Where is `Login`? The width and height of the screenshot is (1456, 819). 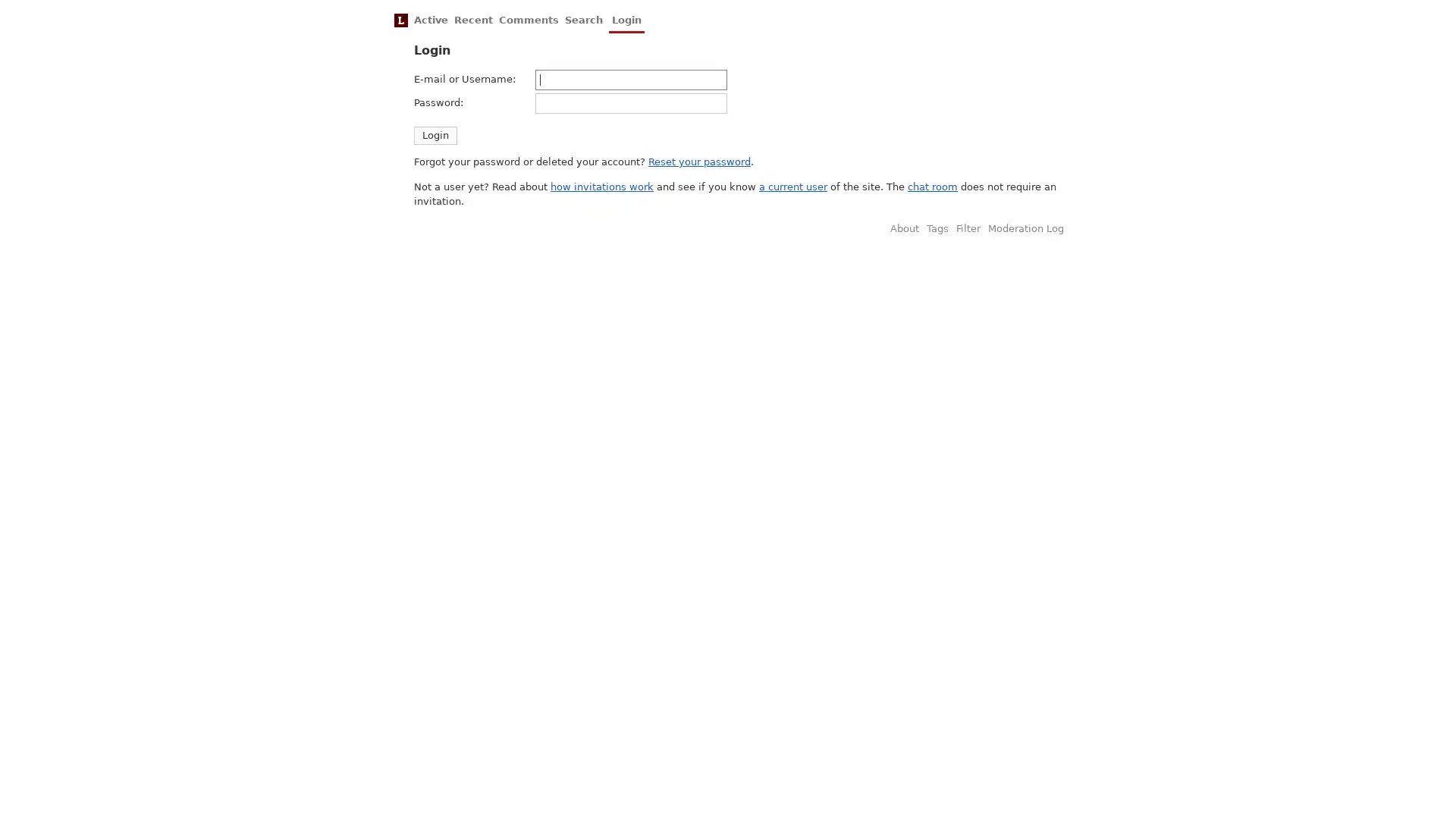 Login is located at coordinates (435, 133).